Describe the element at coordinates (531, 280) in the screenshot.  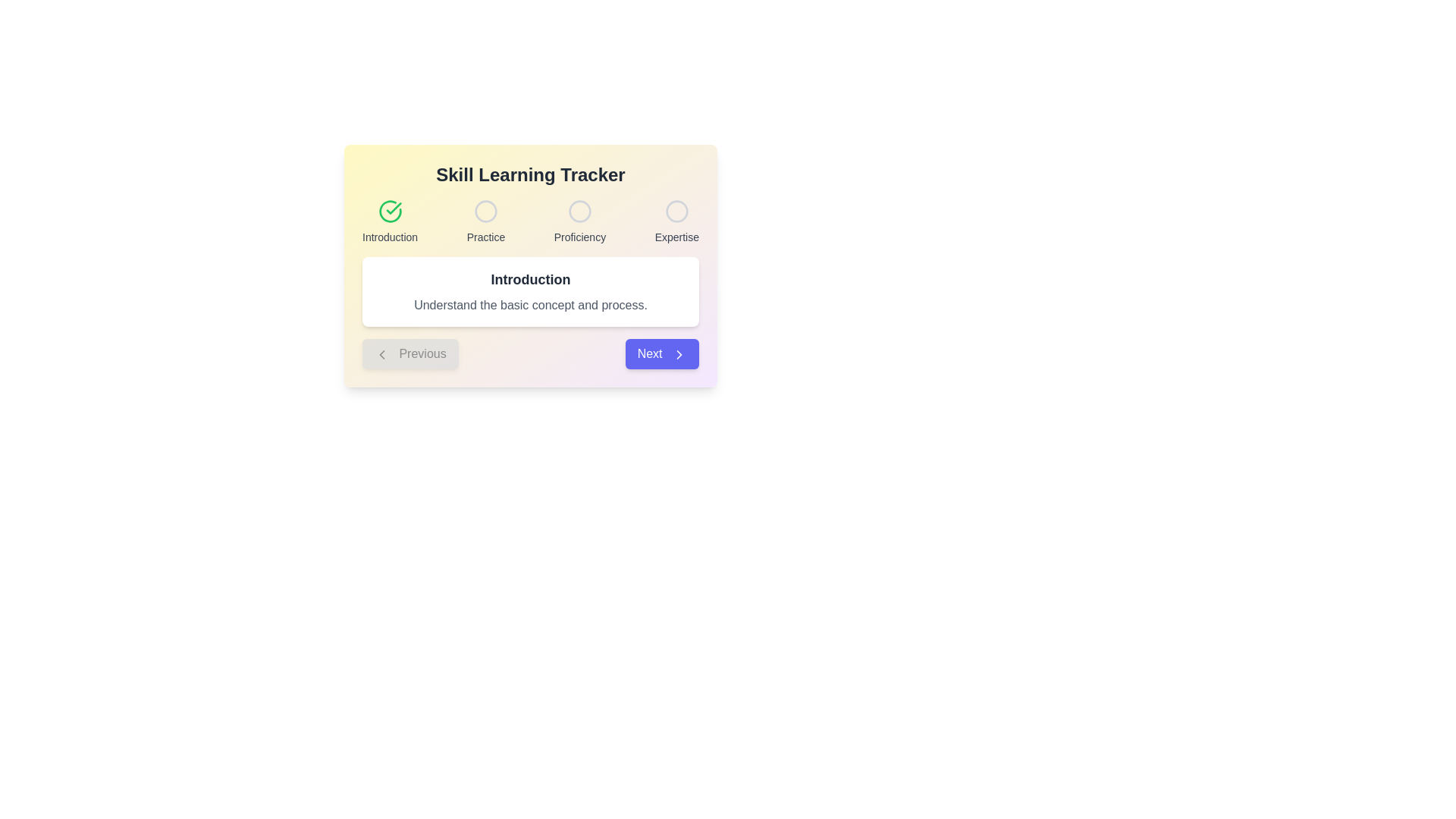
I see `the primary header text element, which is located within a white rounded rectangle box above a descriptive paragraph` at that location.